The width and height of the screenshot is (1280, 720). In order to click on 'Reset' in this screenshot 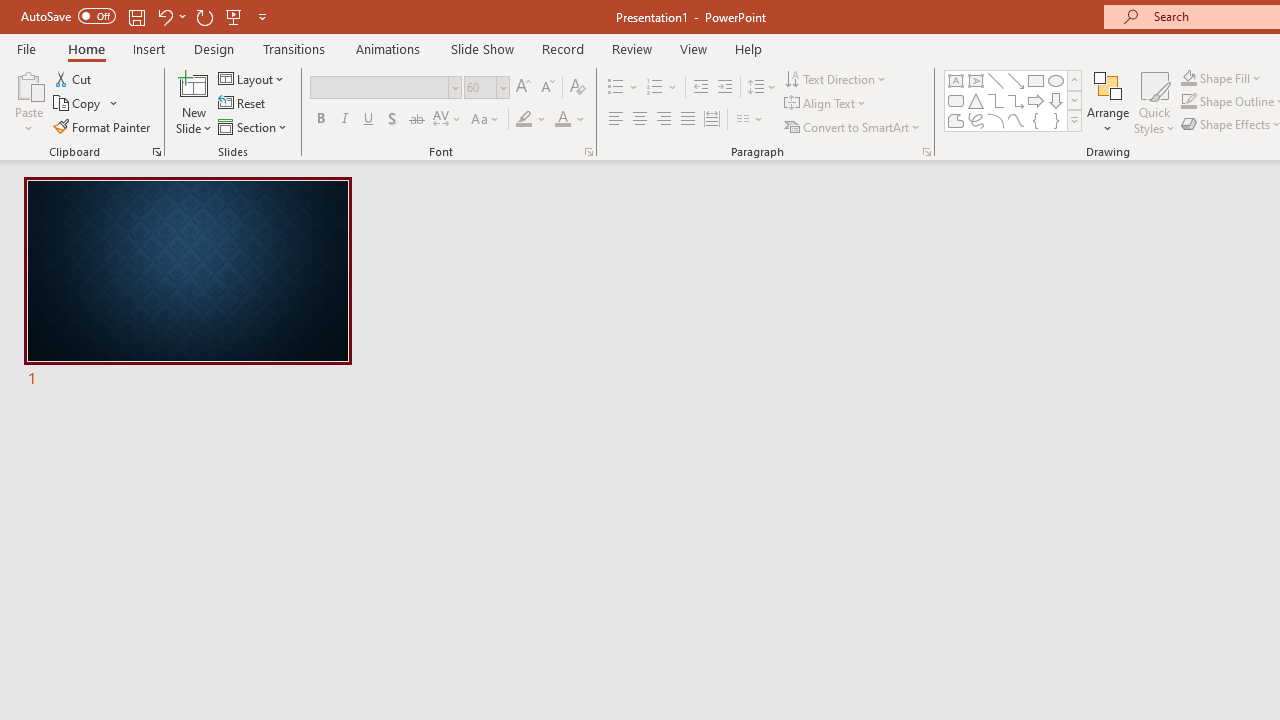, I will do `click(242, 103)`.